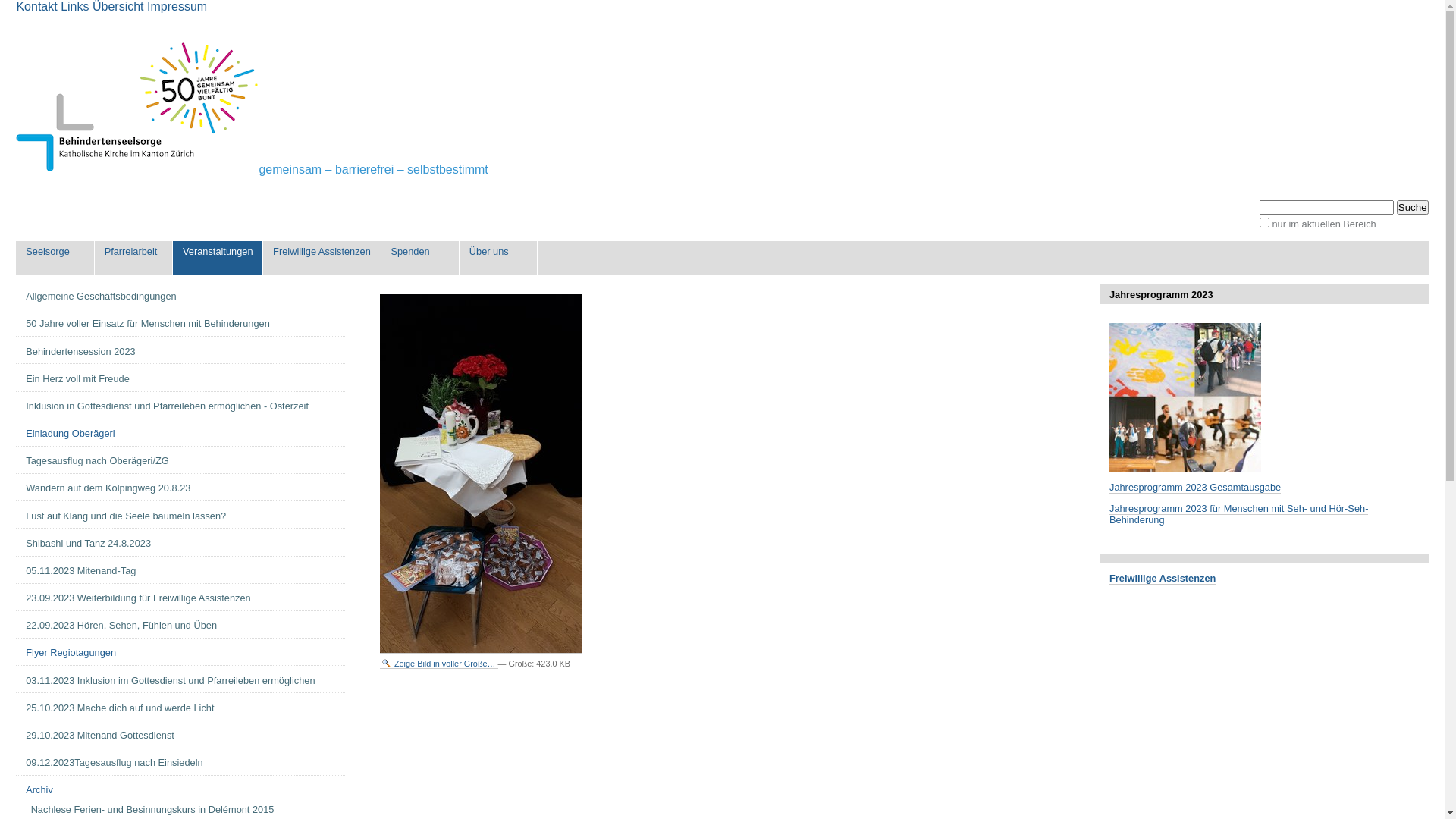 The width and height of the screenshot is (1456, 819). What do you see at coordinates (180, 351) in the screenshot?
I see `'Behindertensession 2023'` at bounding box center [180, 351].